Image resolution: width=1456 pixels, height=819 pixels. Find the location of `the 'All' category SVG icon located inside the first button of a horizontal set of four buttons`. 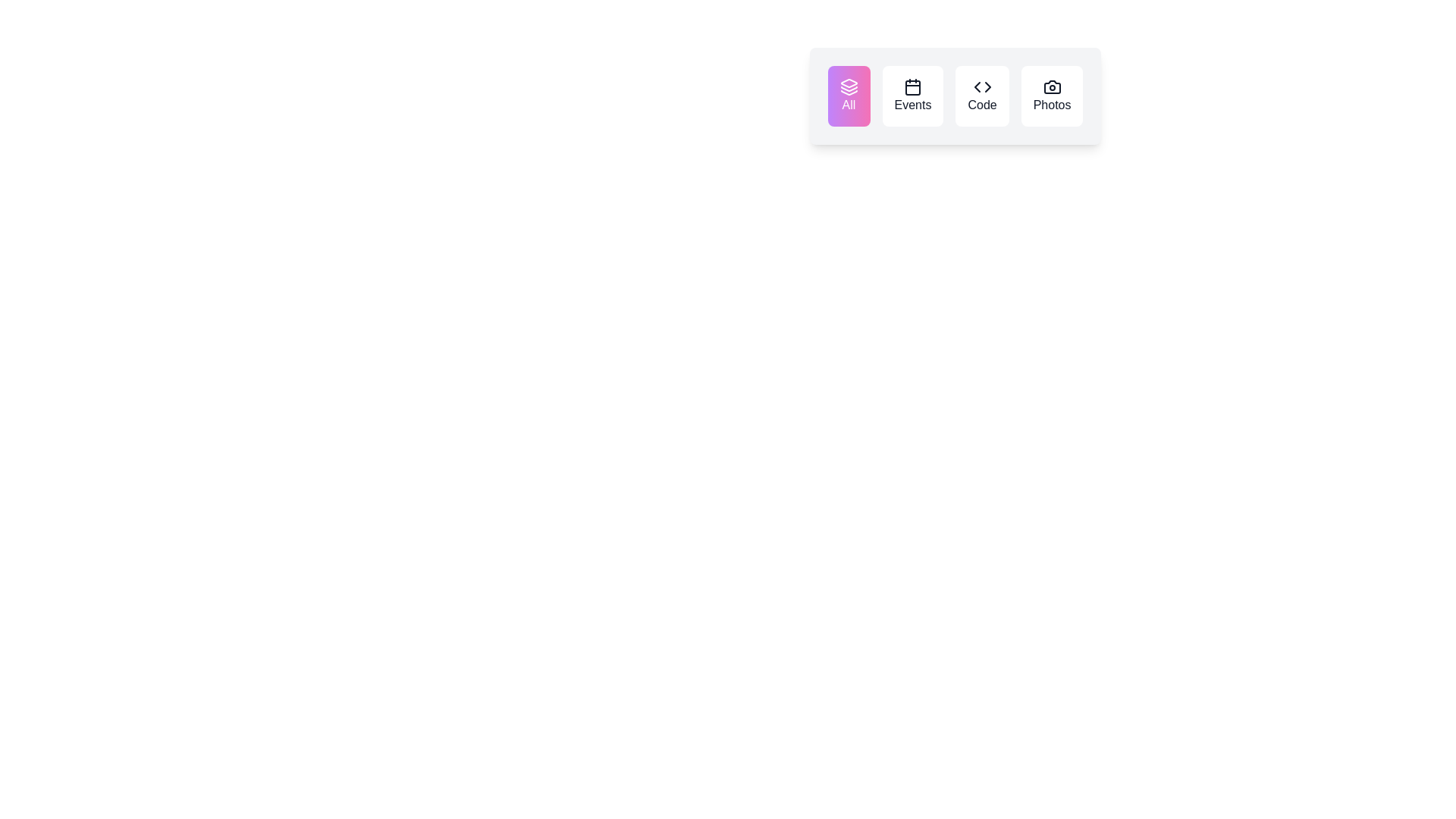

the 'All' category SVG icon located inside the first button of a horizontal set of four buttons is located at coordinates (847, 83).